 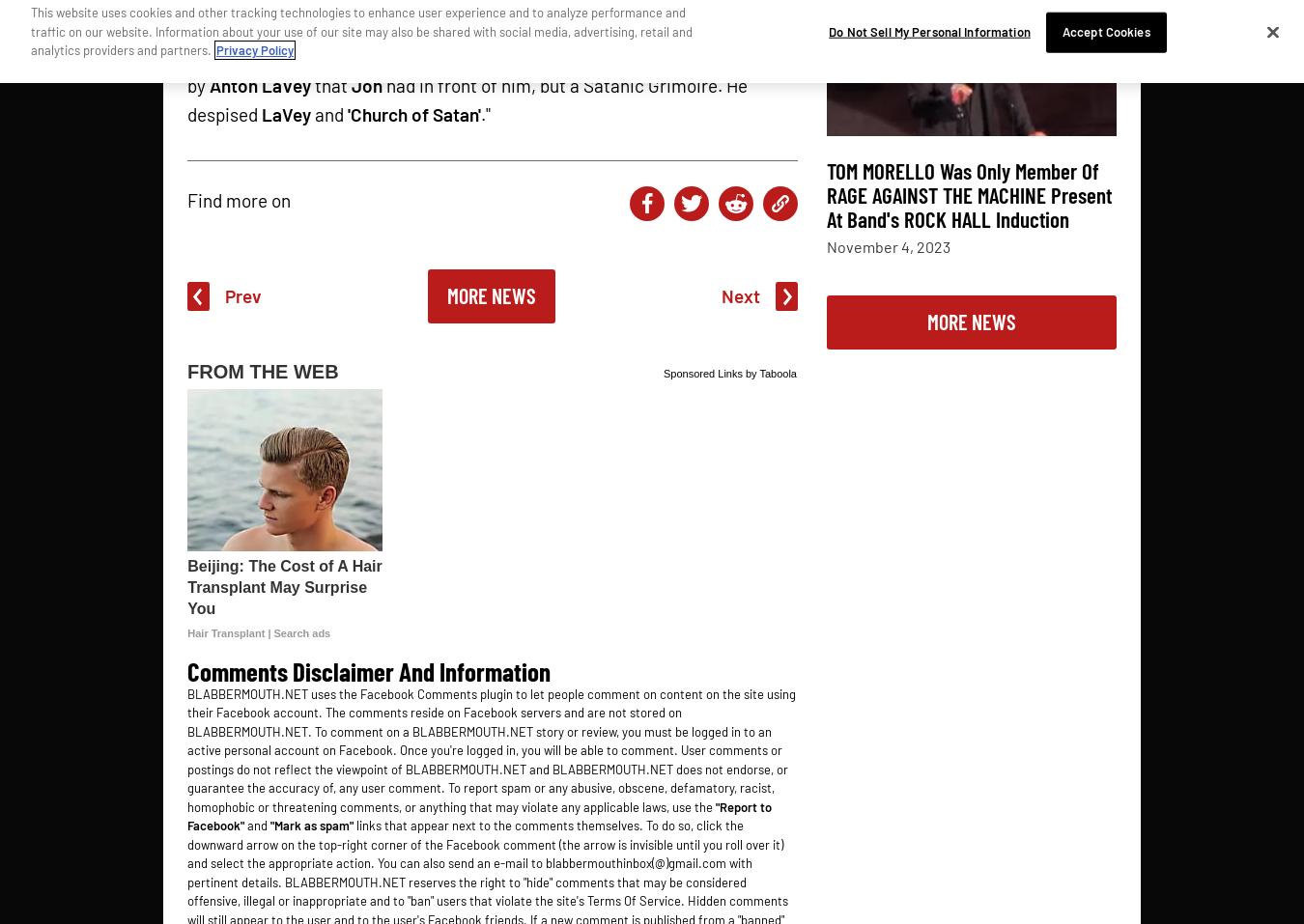 What do you see at coordinates (311, 824) in the screenshot?
I see `'"Mark as spam"'` at bounding box center [311, 824].